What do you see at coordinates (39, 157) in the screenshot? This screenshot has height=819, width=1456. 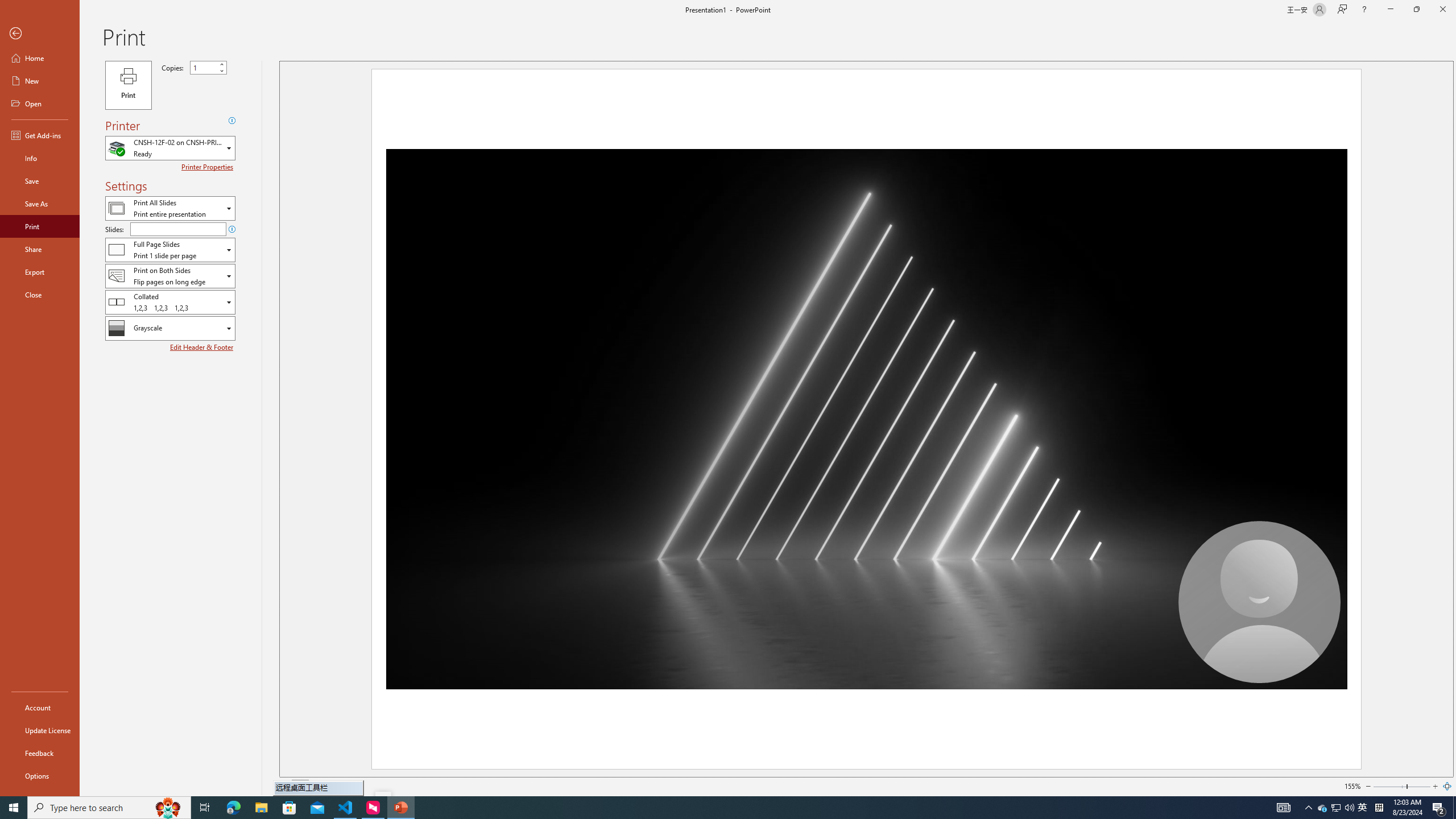 I see `'Info'` at bounding box center [39, 157].